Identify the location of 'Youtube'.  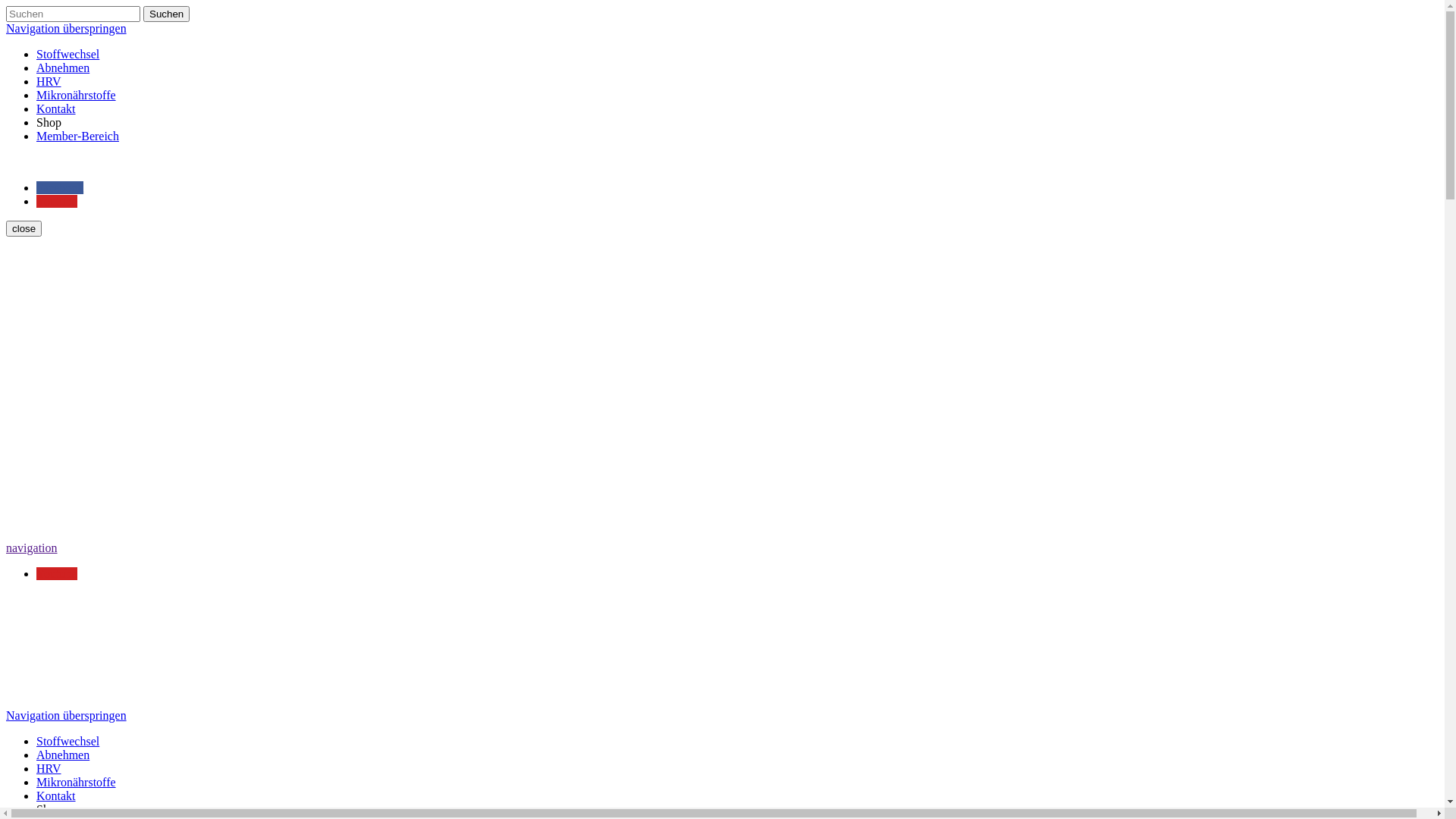
(57, 573).